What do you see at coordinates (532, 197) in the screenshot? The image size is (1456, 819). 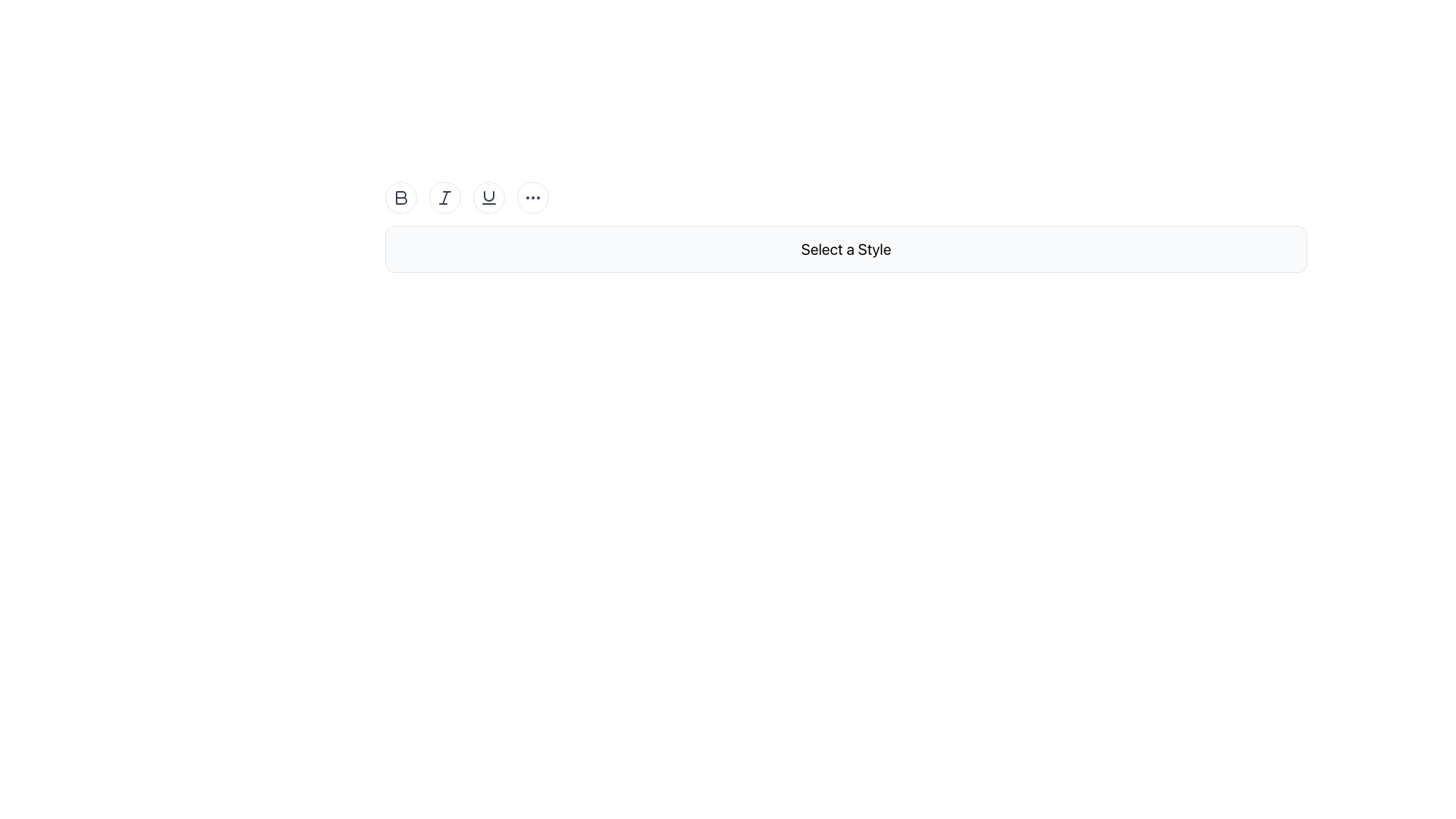 I see `the fourth button in a group of buttons` at bounding box center [532, 197].